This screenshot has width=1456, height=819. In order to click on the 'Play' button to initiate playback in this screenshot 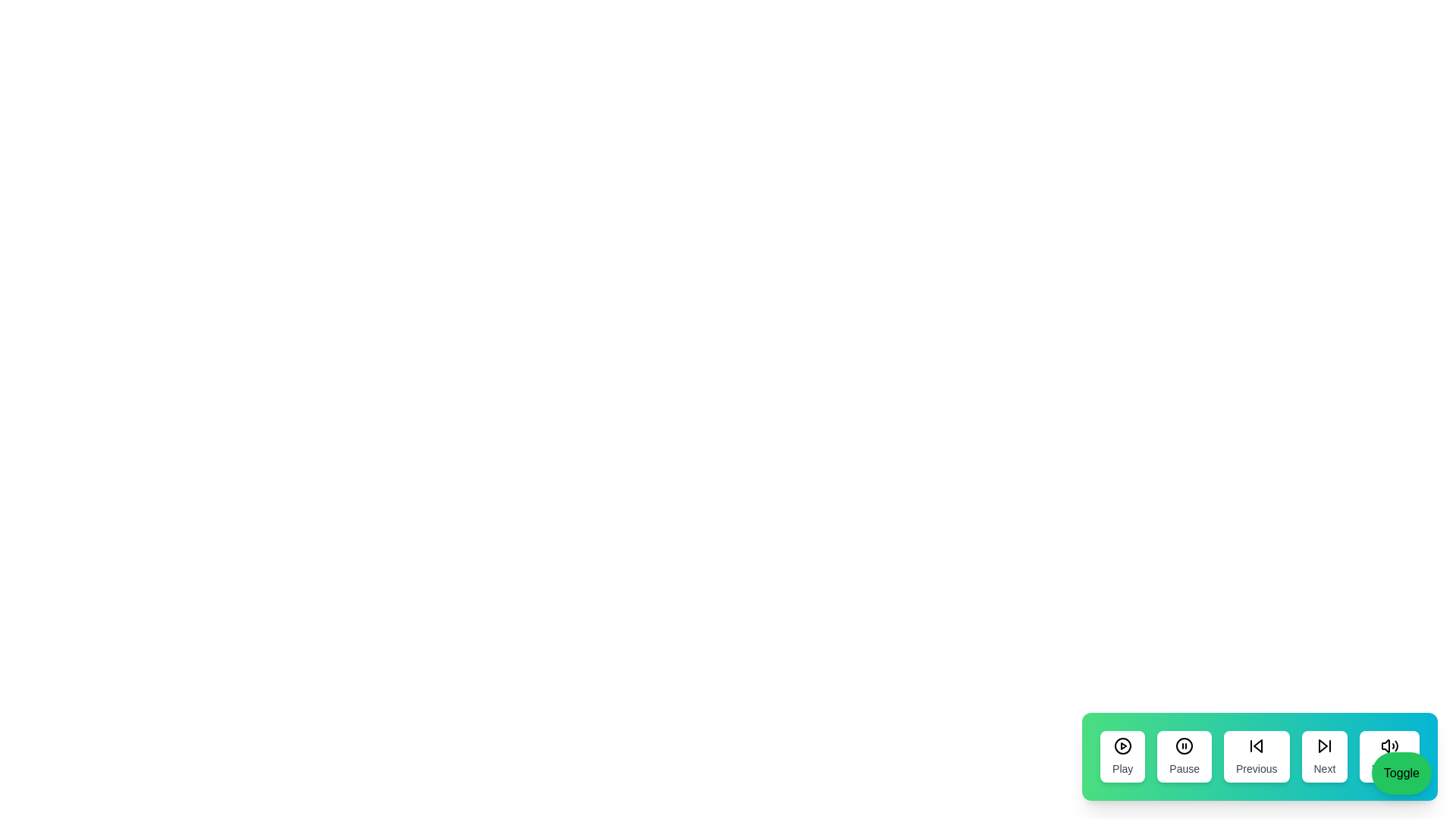, I will do `click(1122, 757)`.